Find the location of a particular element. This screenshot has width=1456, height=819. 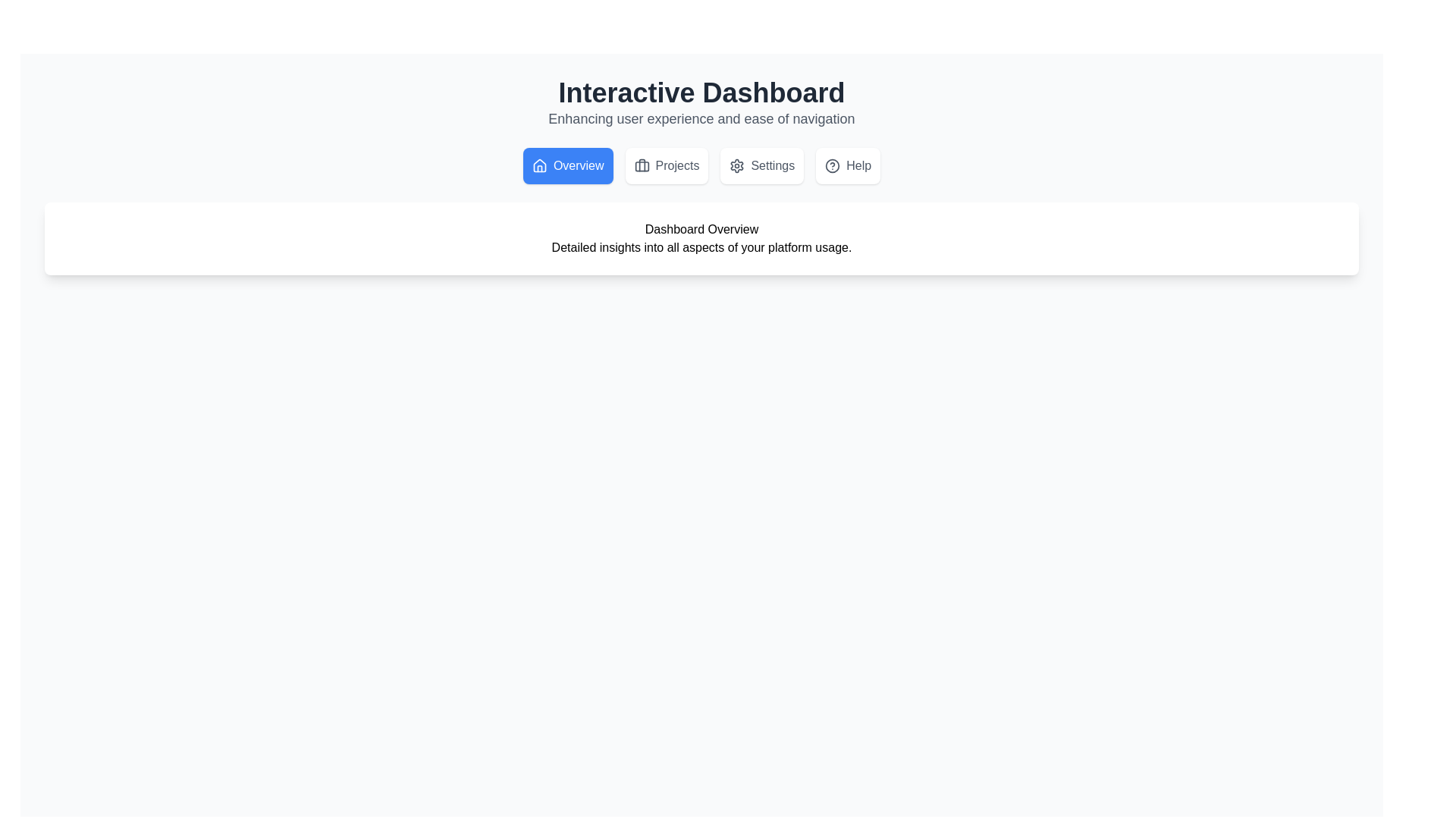

the 'Settings' text label next to the settings icon in the navigation bar is located at coordinates (773, 166).